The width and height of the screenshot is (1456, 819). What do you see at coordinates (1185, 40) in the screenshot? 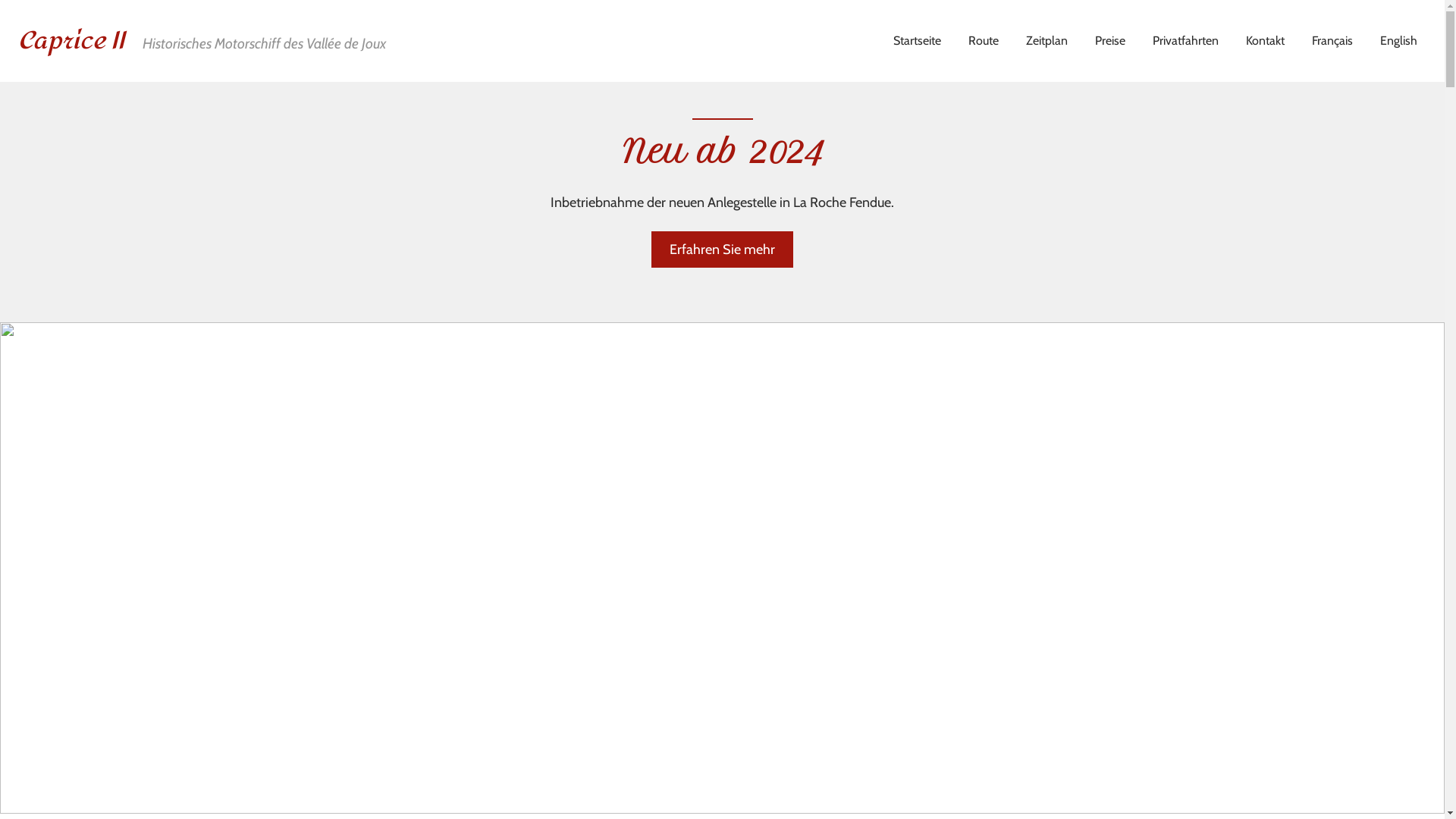
I see `'Privatfahrten'` at bounding box center [1185, 40].